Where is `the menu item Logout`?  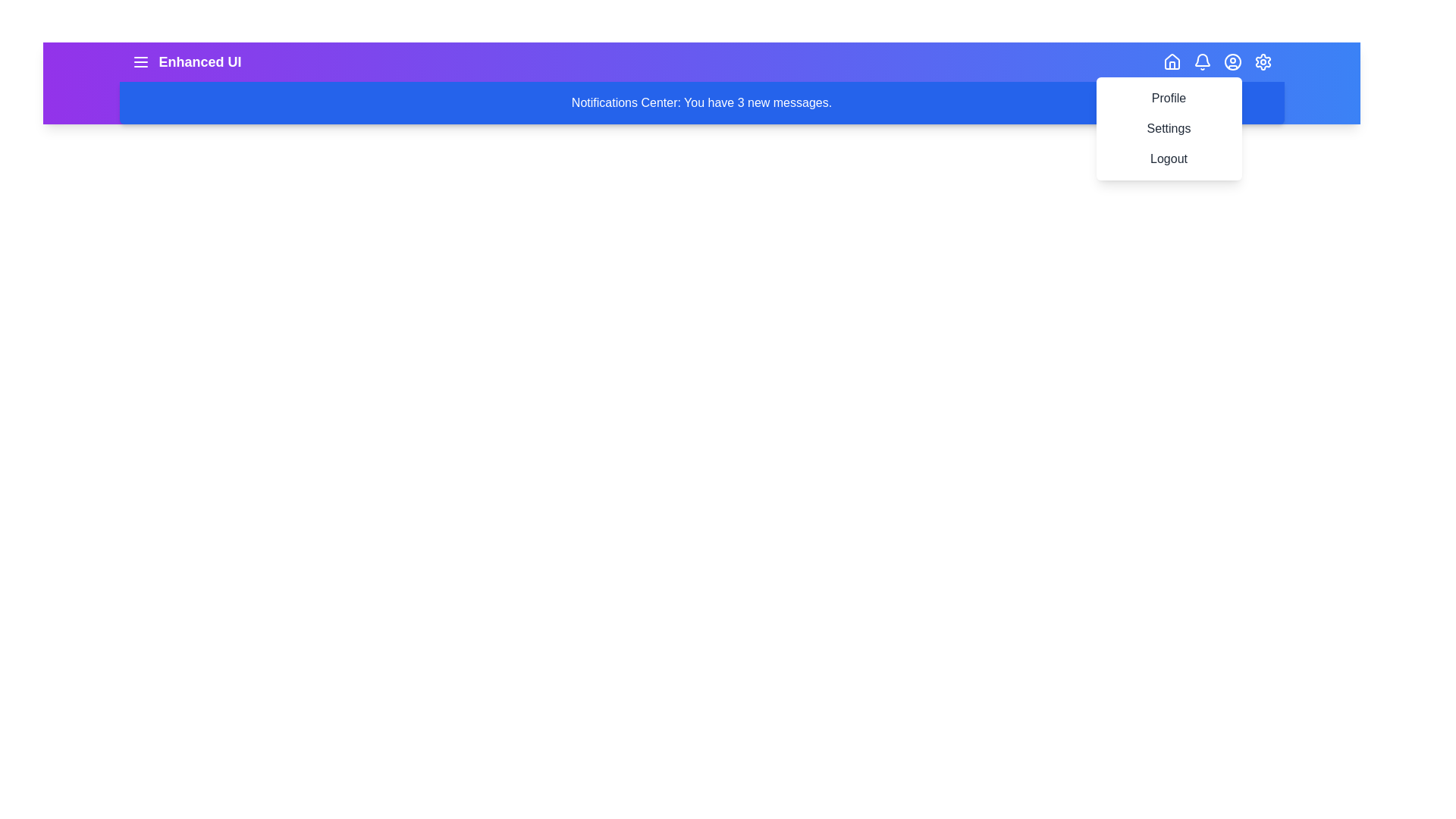
the menu item Logout is located at coordinates (1168, 158).